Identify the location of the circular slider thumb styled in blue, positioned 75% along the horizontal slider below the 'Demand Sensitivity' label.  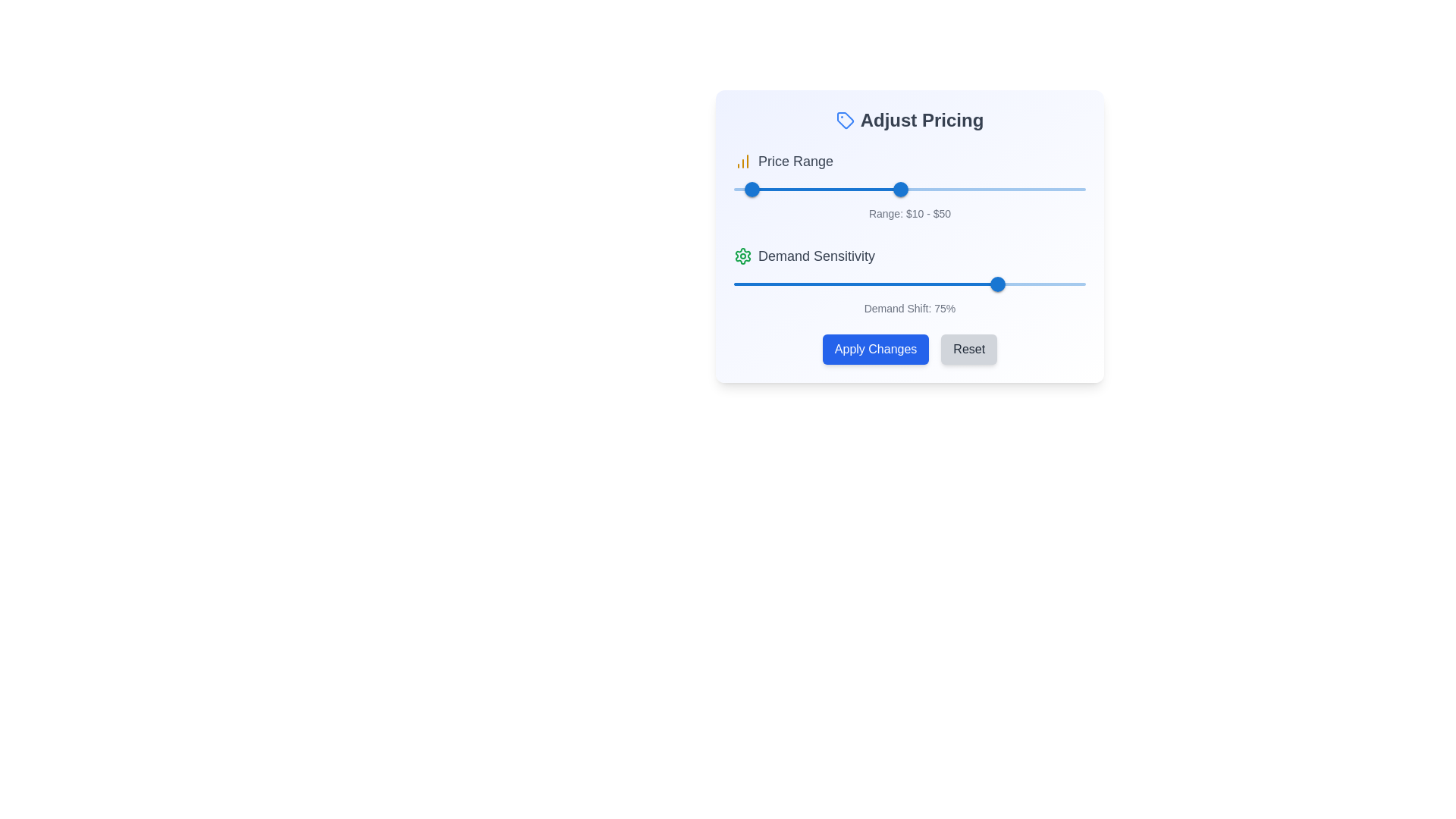
(997, 284).